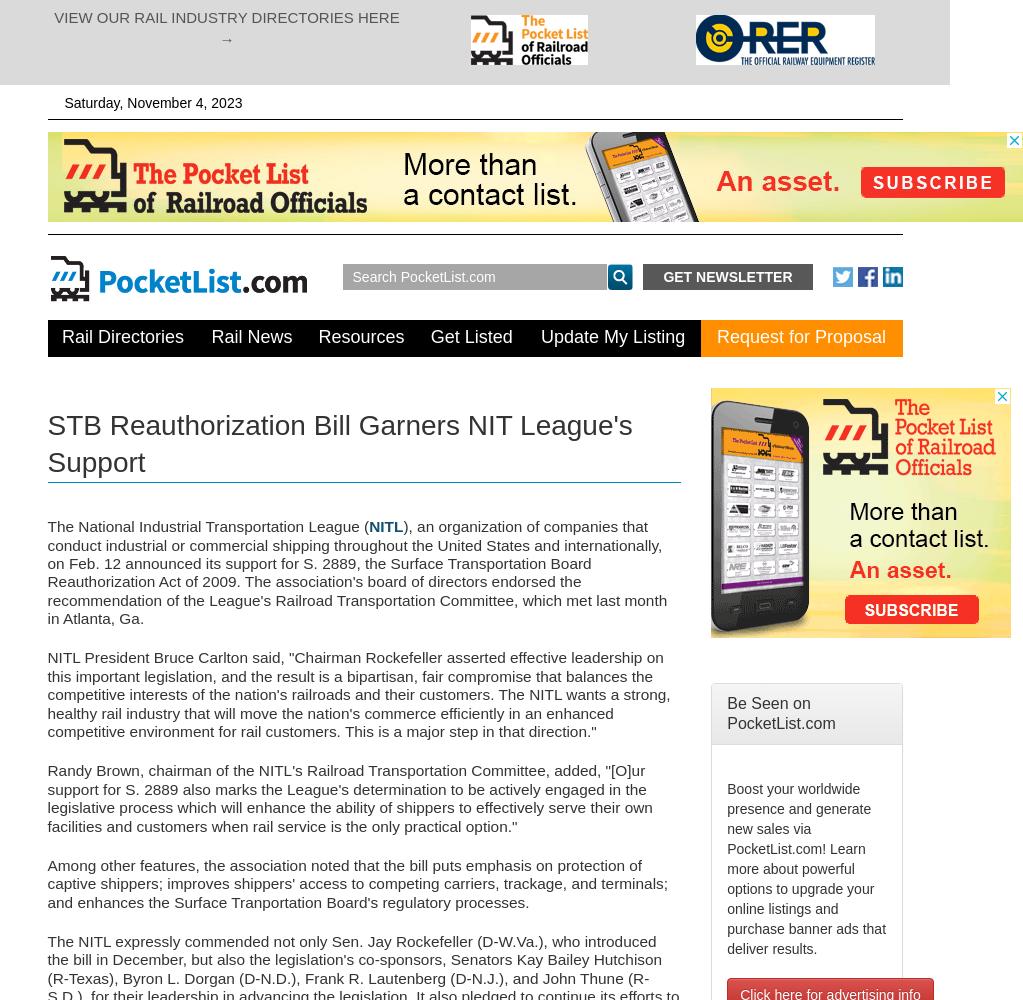 This screenshot has width=1023, height=1000. What do you see at coordinates (152, 102) in the screenshot?
I see `'Saturday, November 4, 2023'` at bounding box center [152, 102].